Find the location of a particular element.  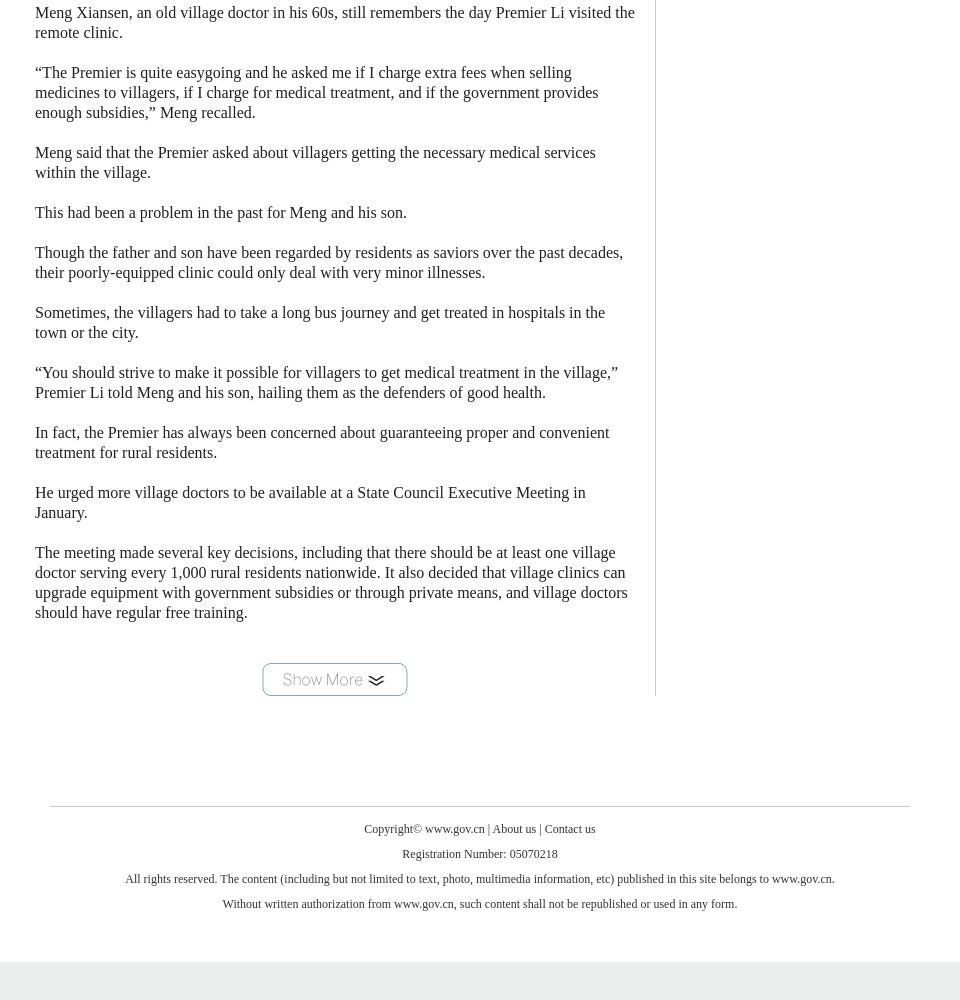

'Registration Number: 05070218' is located at coordinates (401, 853).